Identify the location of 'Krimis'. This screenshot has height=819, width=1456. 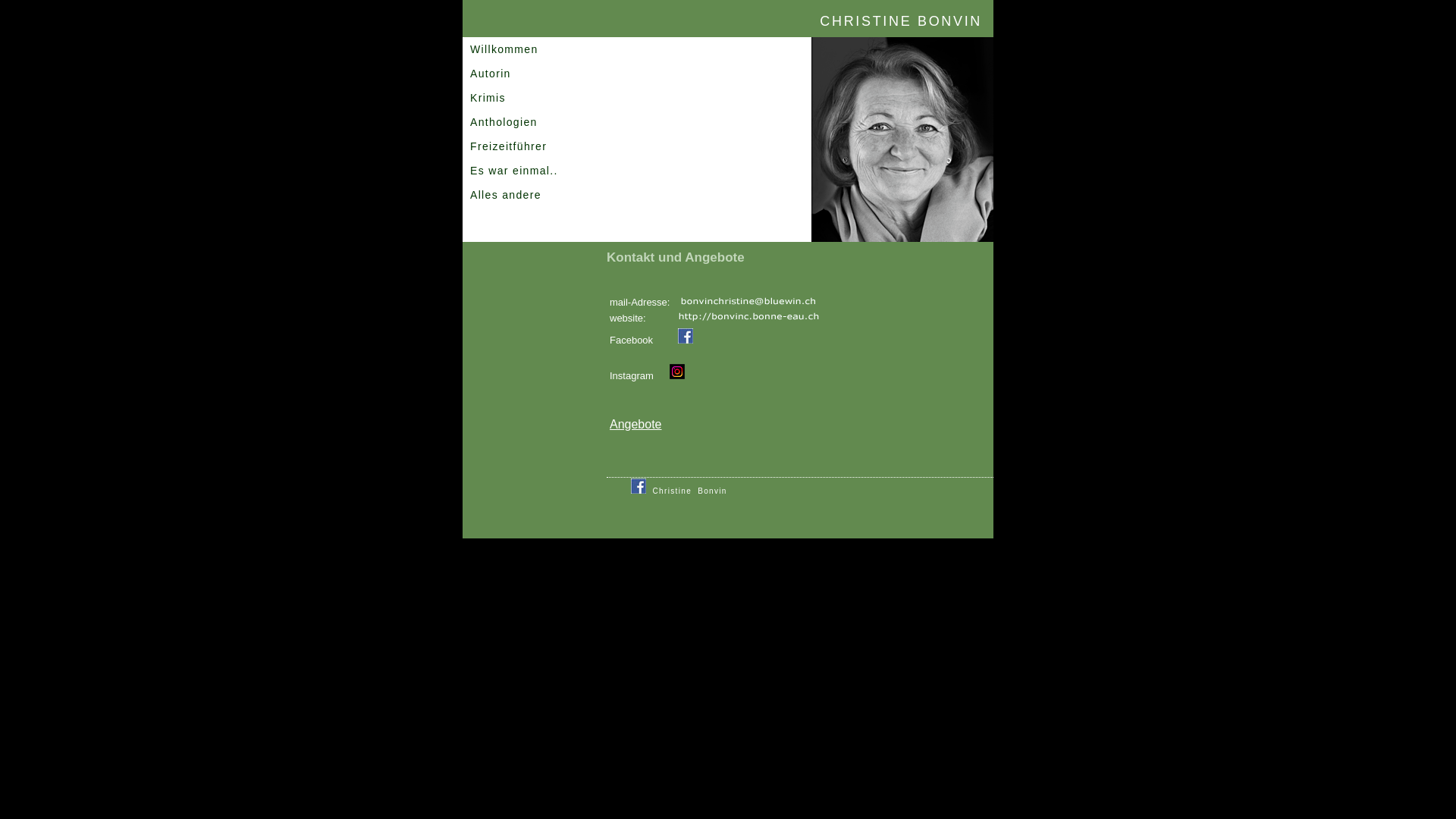
(531, 97).